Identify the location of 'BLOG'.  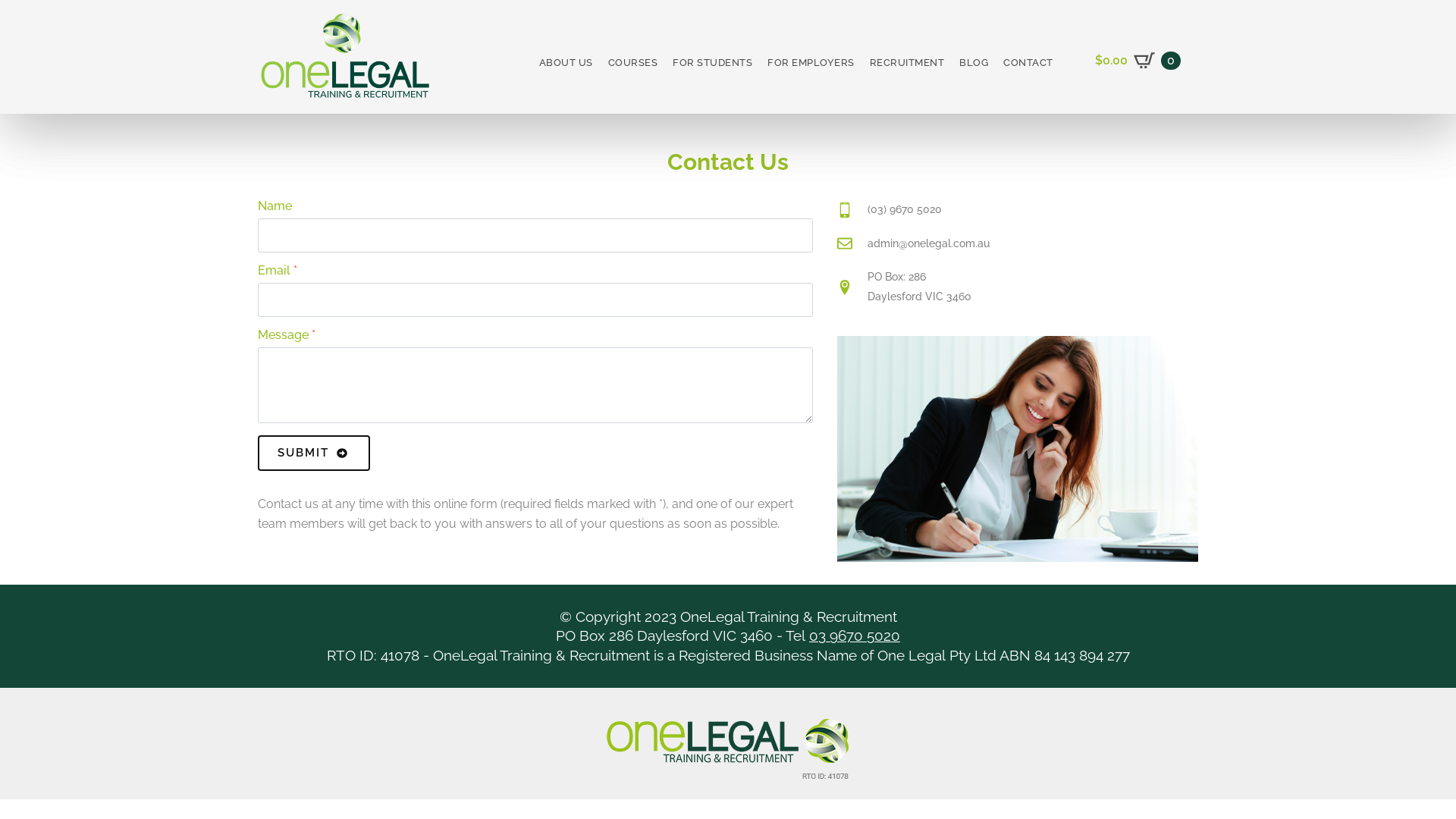
(973, 61).